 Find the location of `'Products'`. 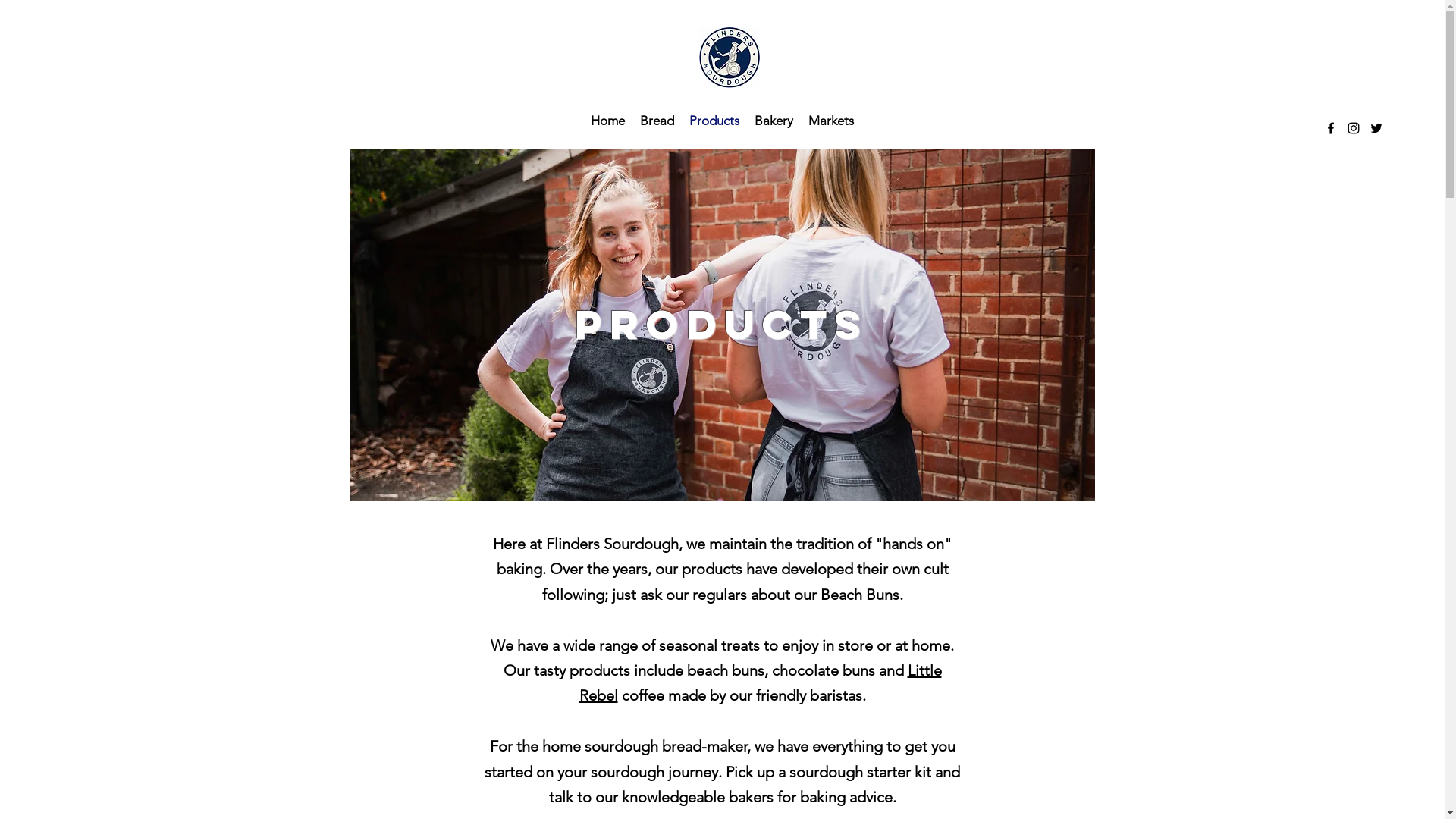

'Products' is located at coordinates (713, 119).